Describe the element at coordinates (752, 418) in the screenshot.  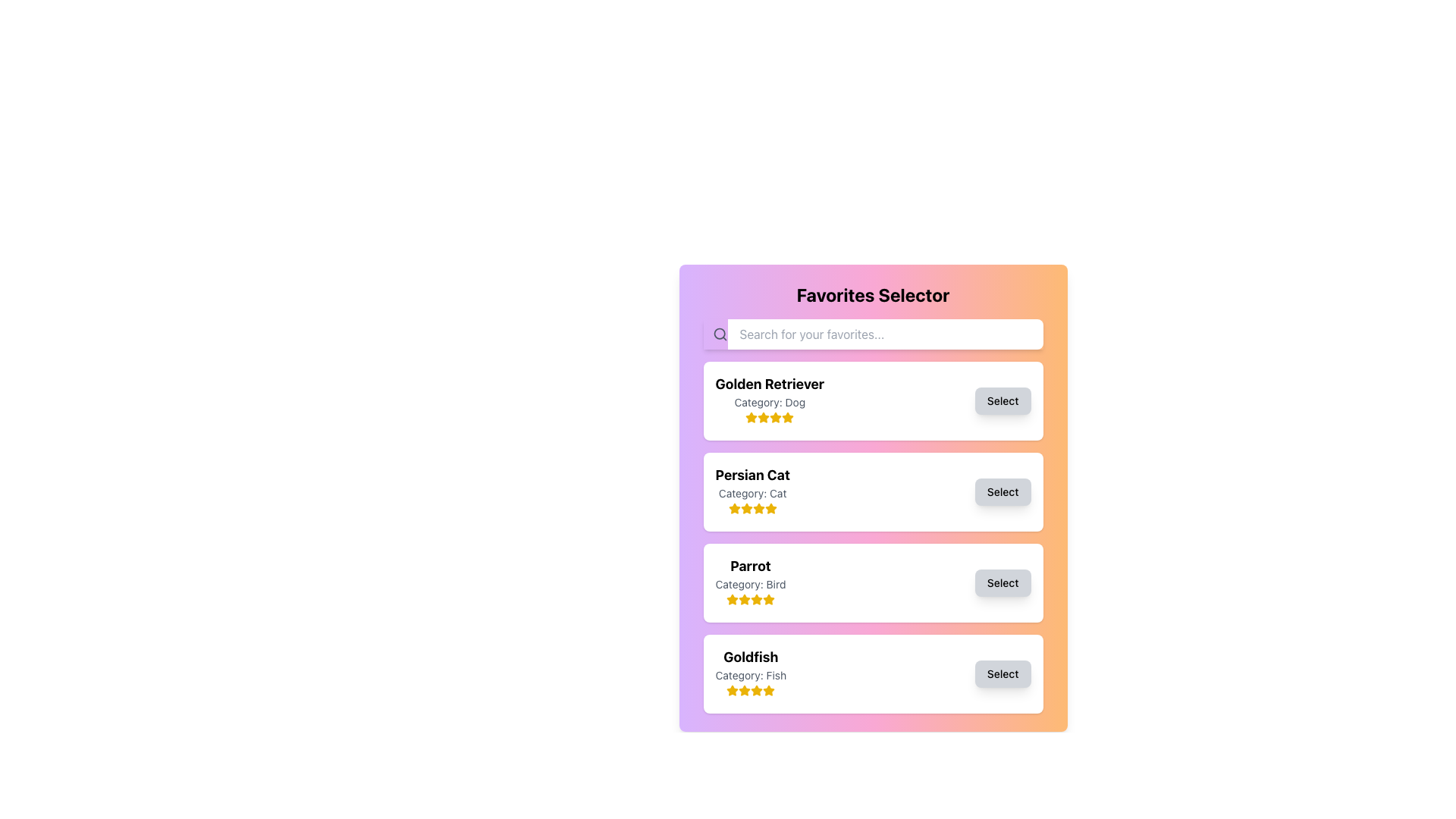
I see `the first yellow star icon representing the rating system located beneath the 'Golden Retriever' title in the first item card` at that location.